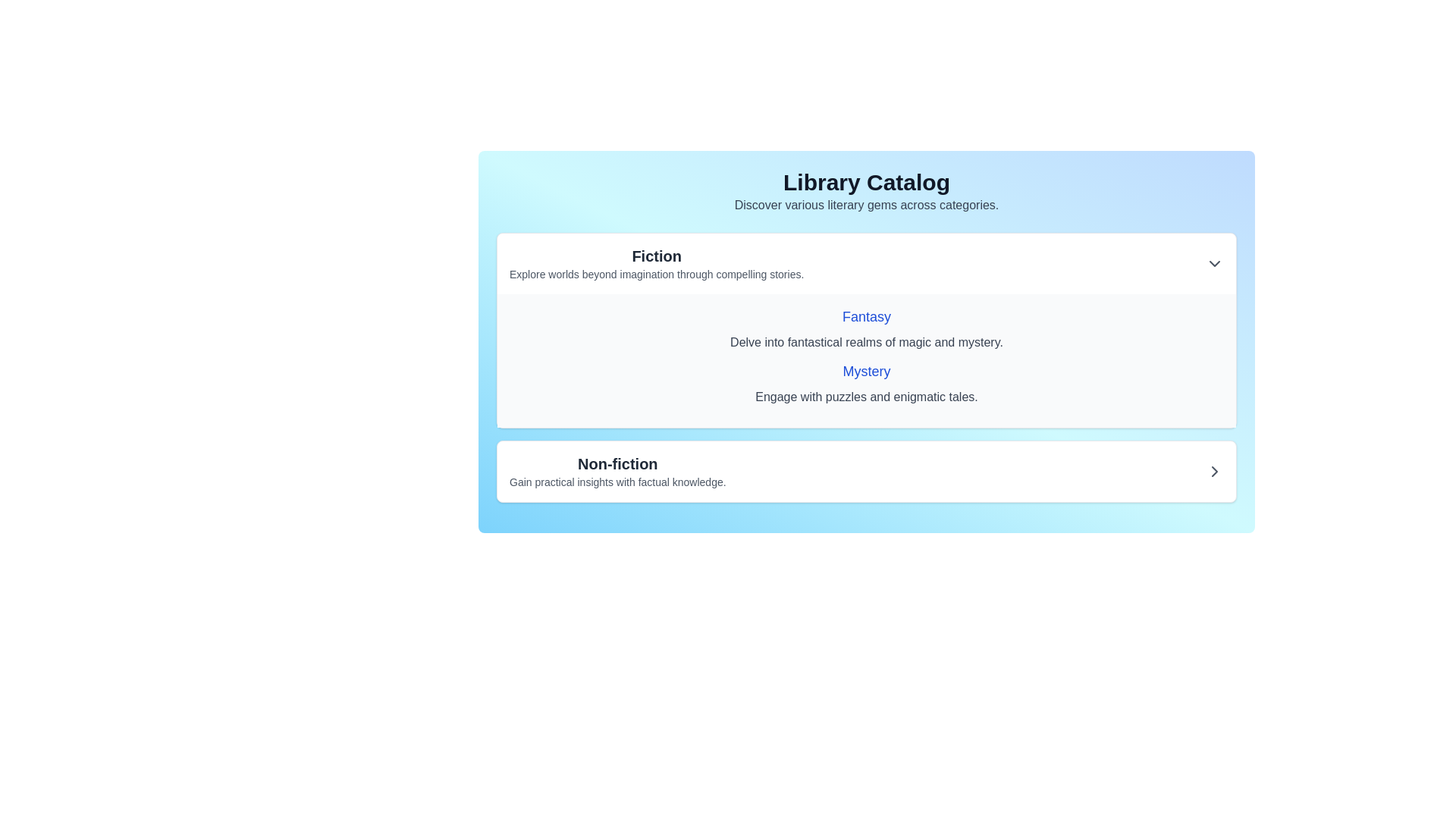  Describe the element at coordinates (866, 470) in the screenshot. I see `the 'Non-fiction' category card, which is the fourth entry in a vertically aligned list of sections, to provide a visual cue for interaction` at that location.